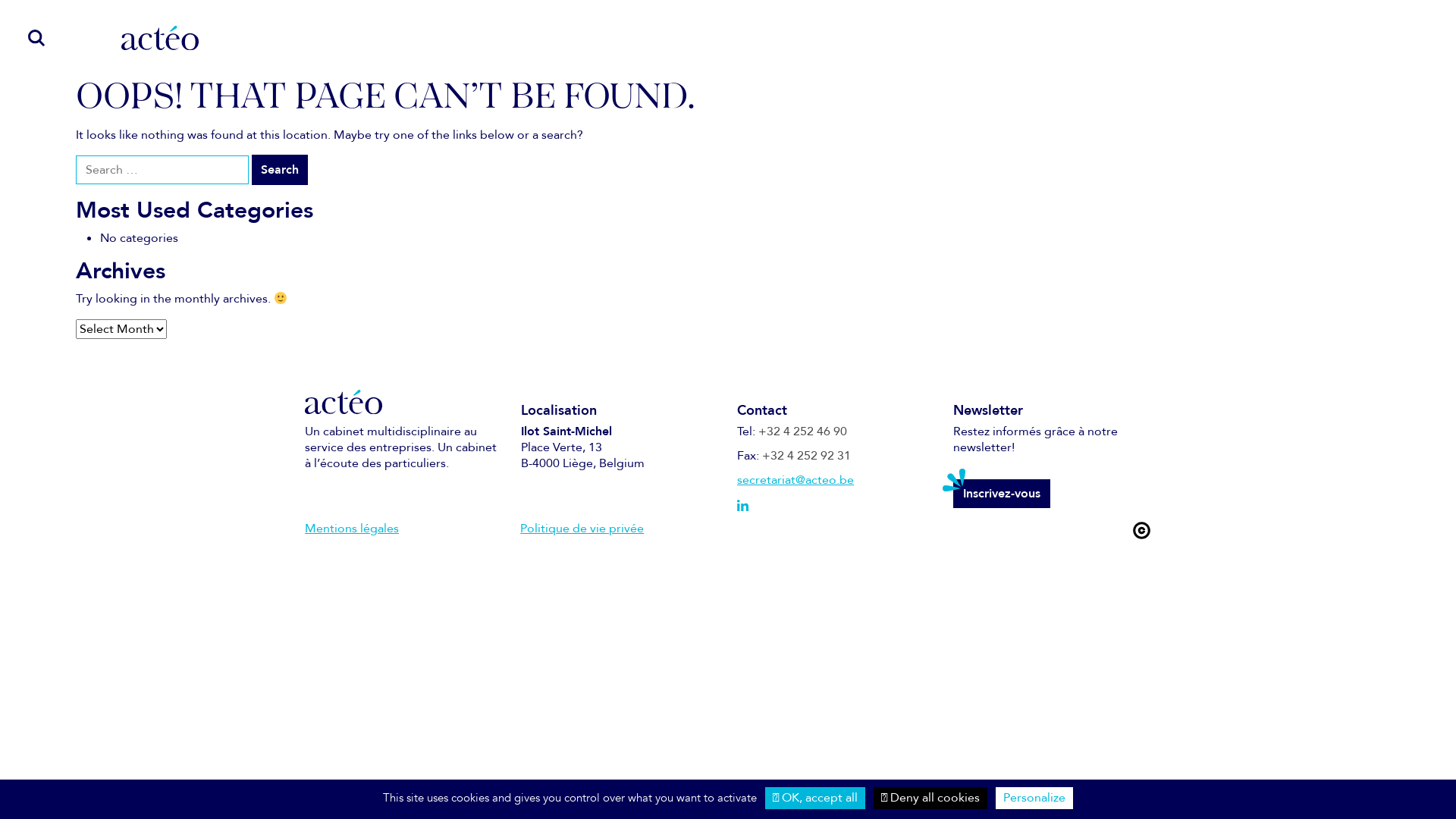  I want to click on 'Deny all cookies', so click(930, 797).